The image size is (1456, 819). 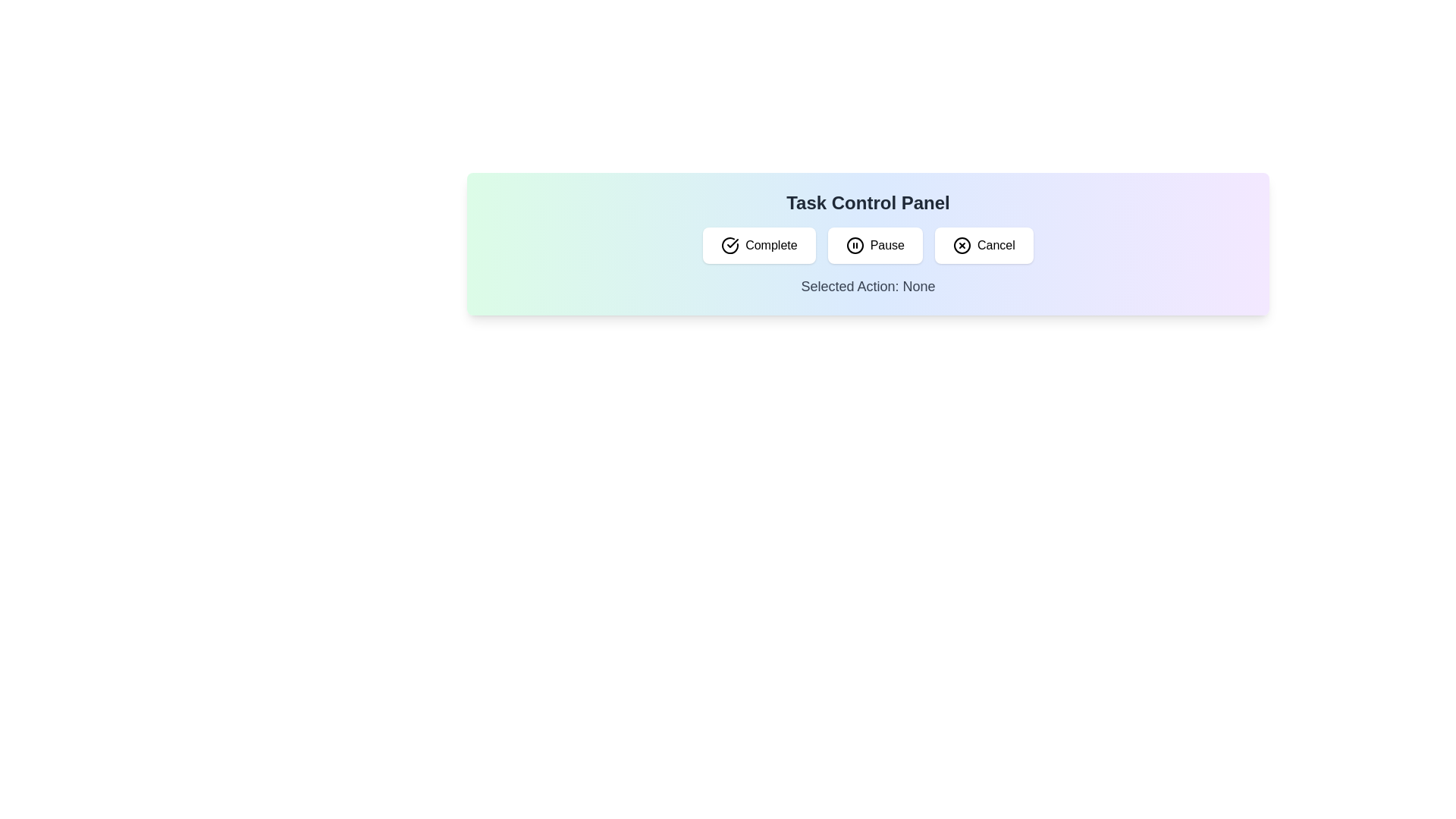 What do you see at coordinates (868, 245) in the screenshot?
I see `the 'Pause' button in the Task Control Panel` at bounding box center [868, 245].